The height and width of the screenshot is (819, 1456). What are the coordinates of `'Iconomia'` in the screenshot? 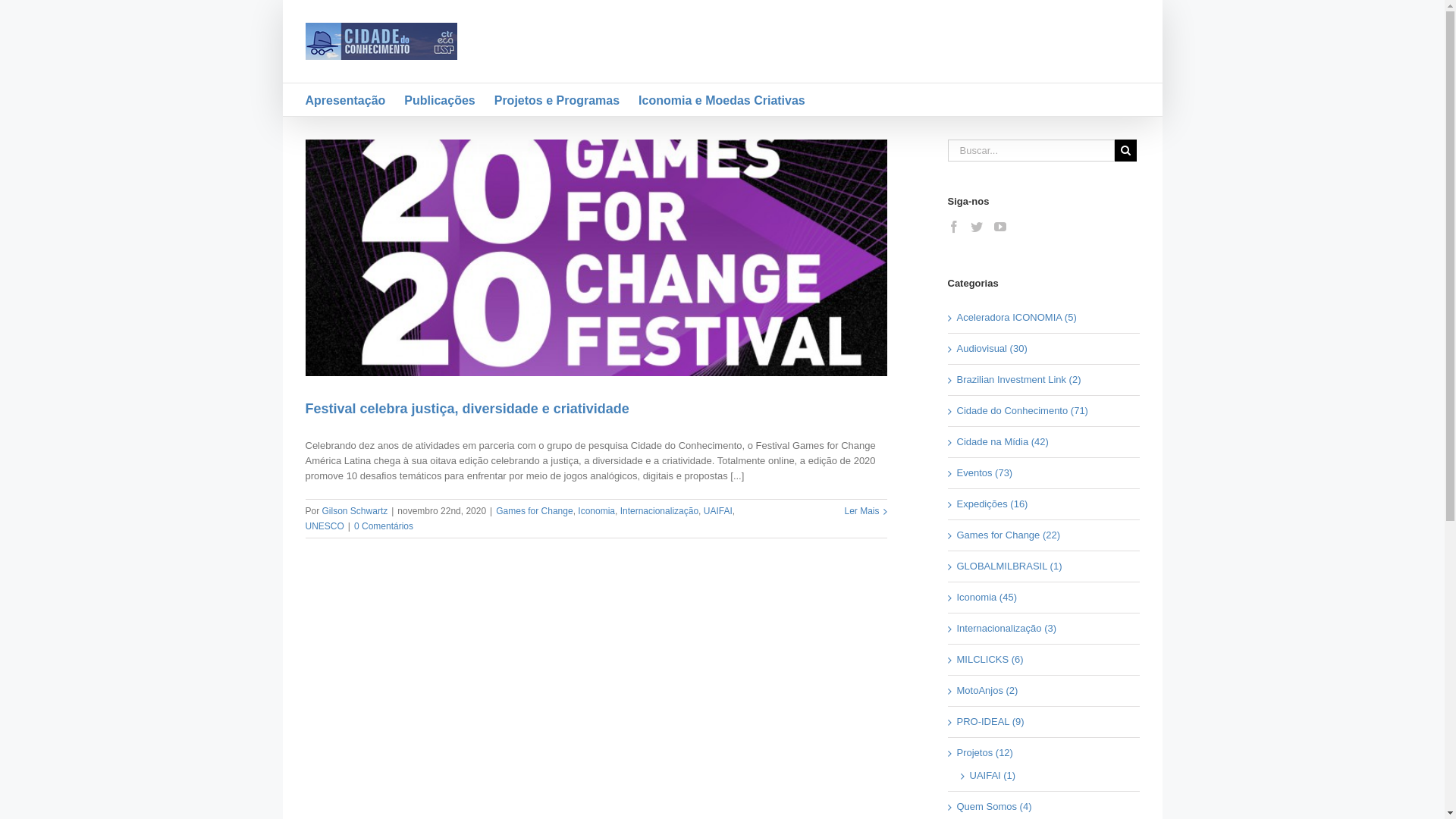 It's located at (595, 511).